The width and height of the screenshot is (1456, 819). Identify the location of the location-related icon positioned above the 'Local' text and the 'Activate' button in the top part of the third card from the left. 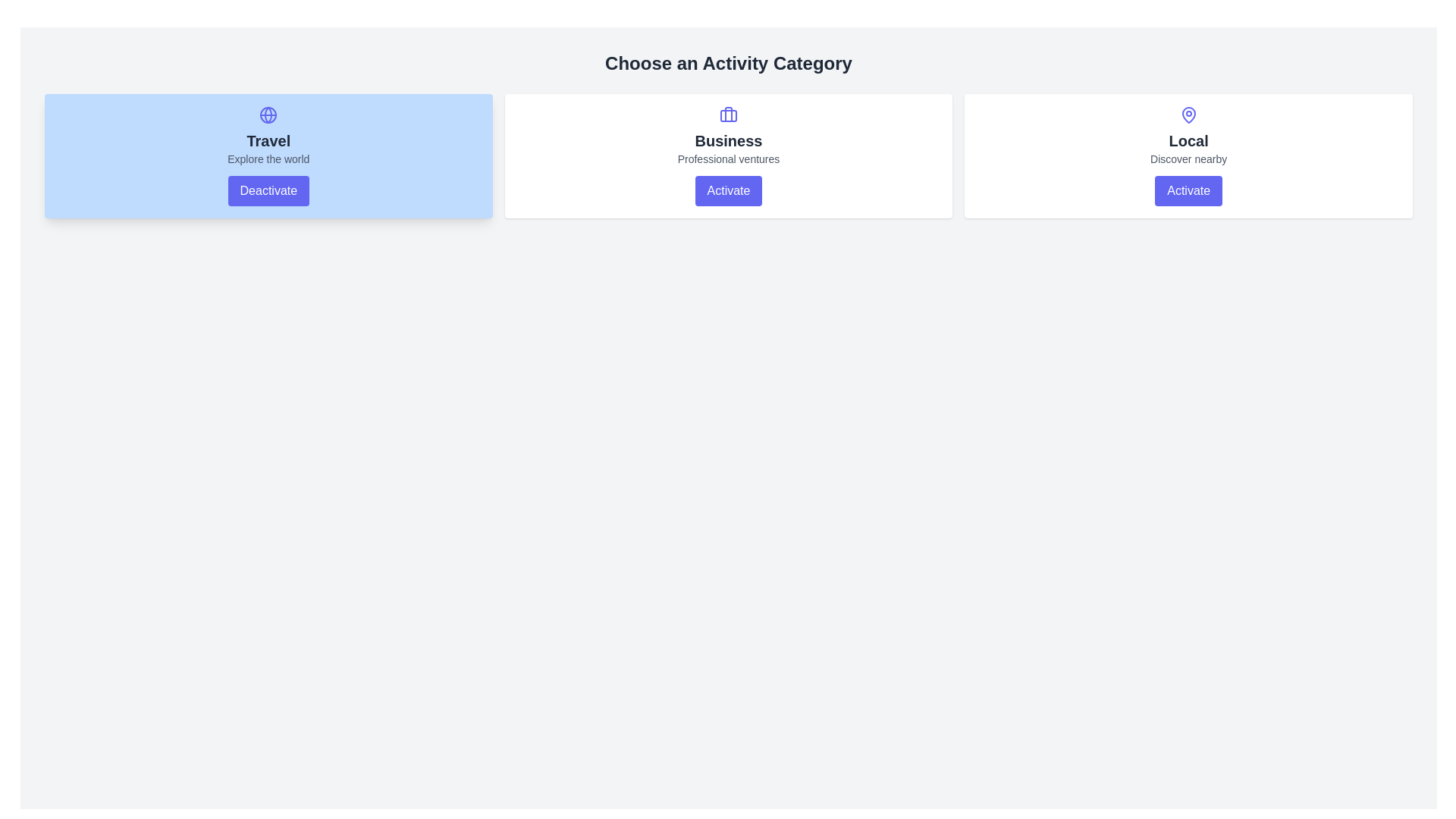
(1188, 114).